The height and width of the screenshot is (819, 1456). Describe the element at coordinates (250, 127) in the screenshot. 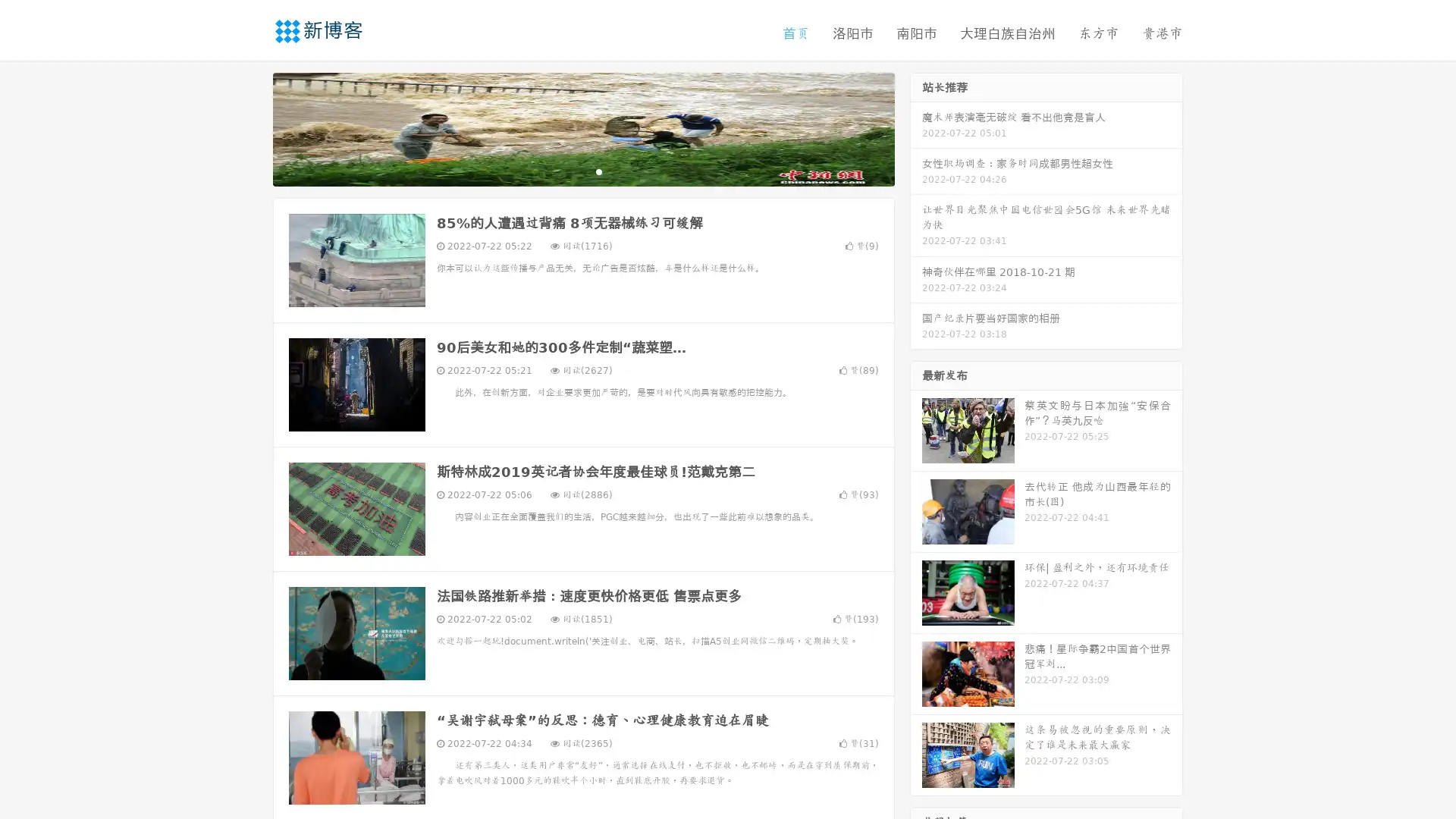

I see `Previous slide` at that location.